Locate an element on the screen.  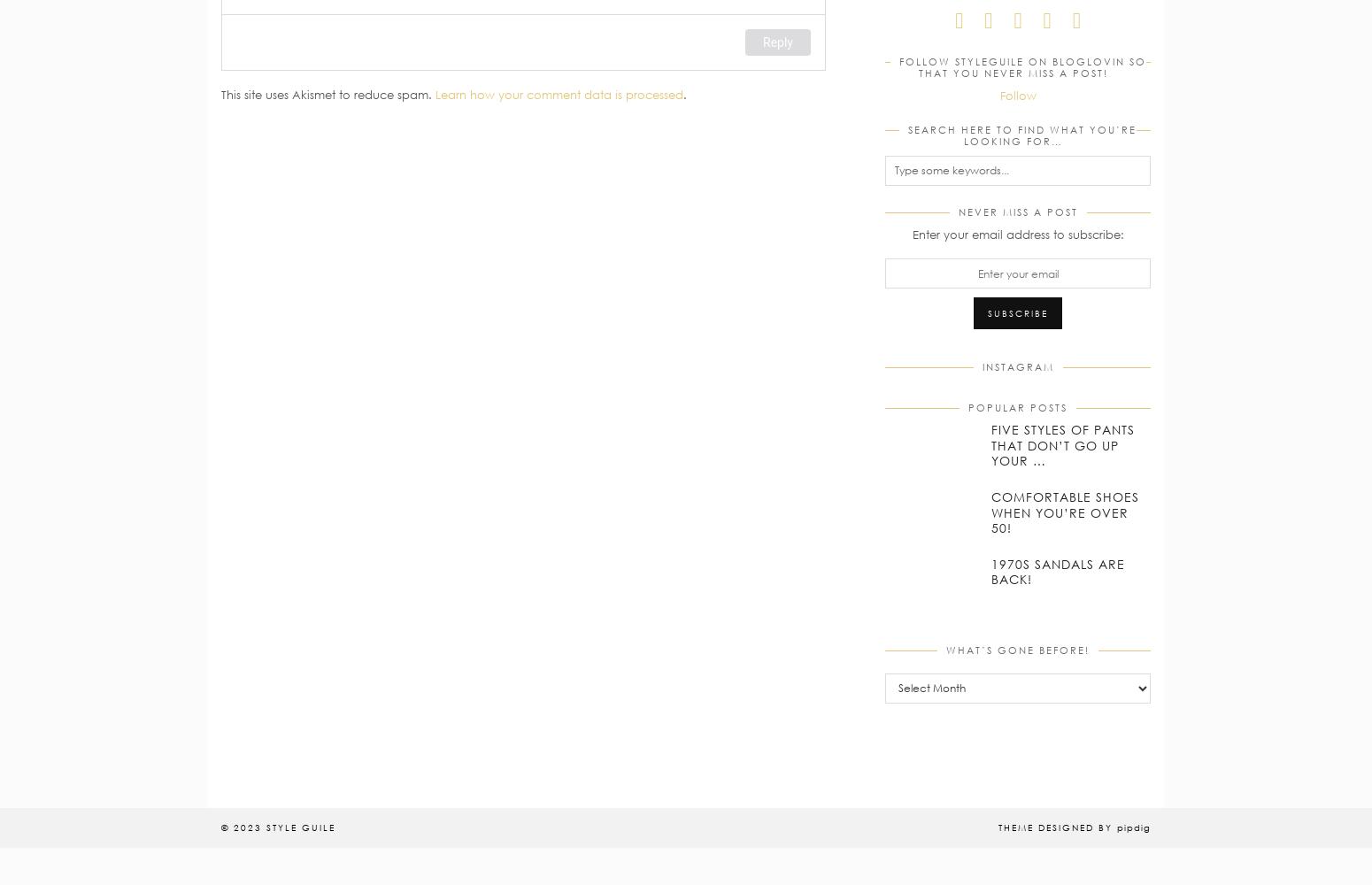
'Theme Designed by' is located at coordinates (1058, 827).